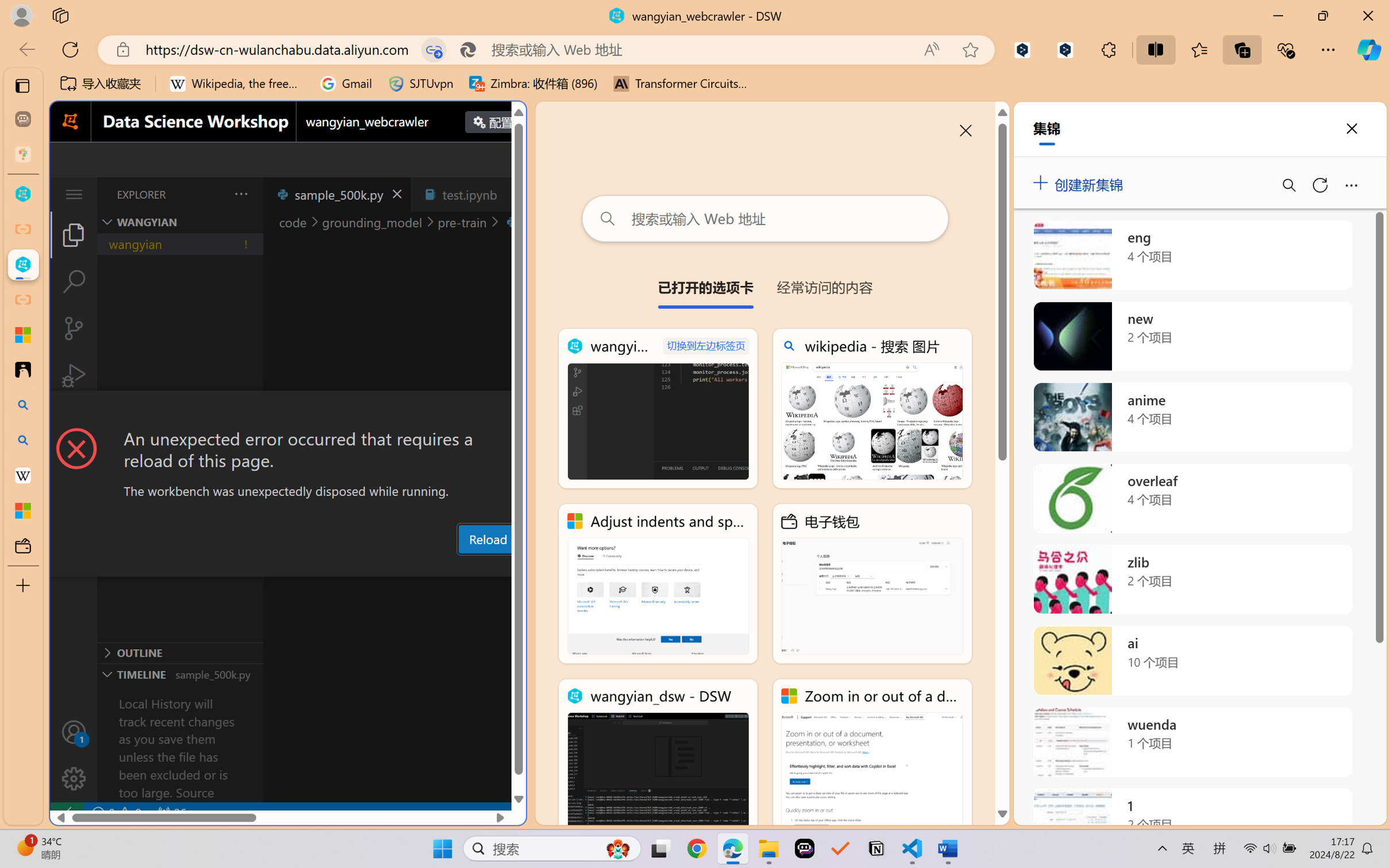 The width and height of the screenshot is (1390, 868). Describe the element at coordinates (22, 475) in the screenshot. I see `'Earth - Wikipedia'` at that location.